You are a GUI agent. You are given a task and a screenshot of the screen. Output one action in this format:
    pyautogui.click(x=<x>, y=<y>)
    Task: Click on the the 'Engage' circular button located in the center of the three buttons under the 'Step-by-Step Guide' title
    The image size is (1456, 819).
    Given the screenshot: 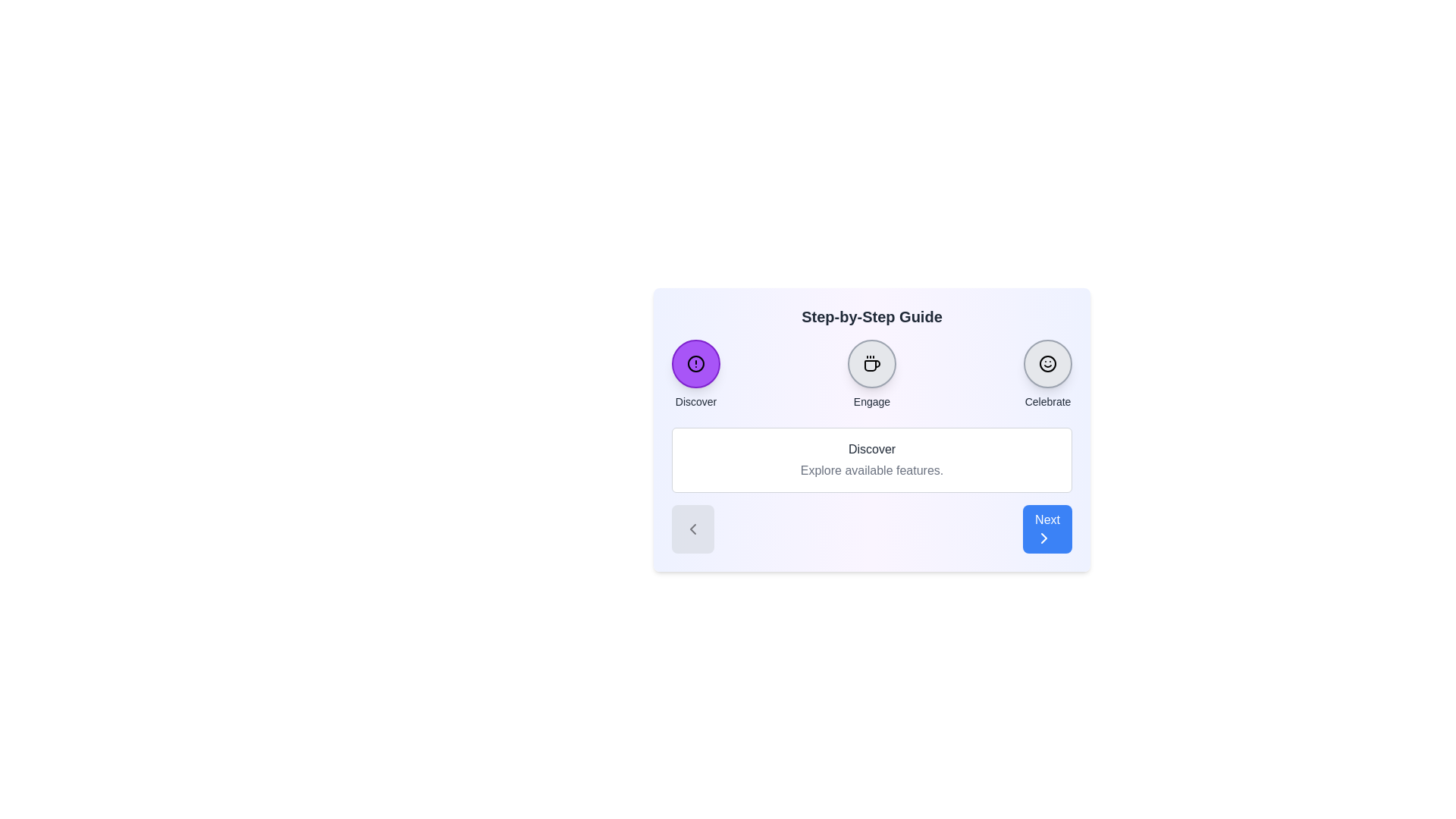 What is the action you would take?
    pyautogui.click(x=872, y=363)
    